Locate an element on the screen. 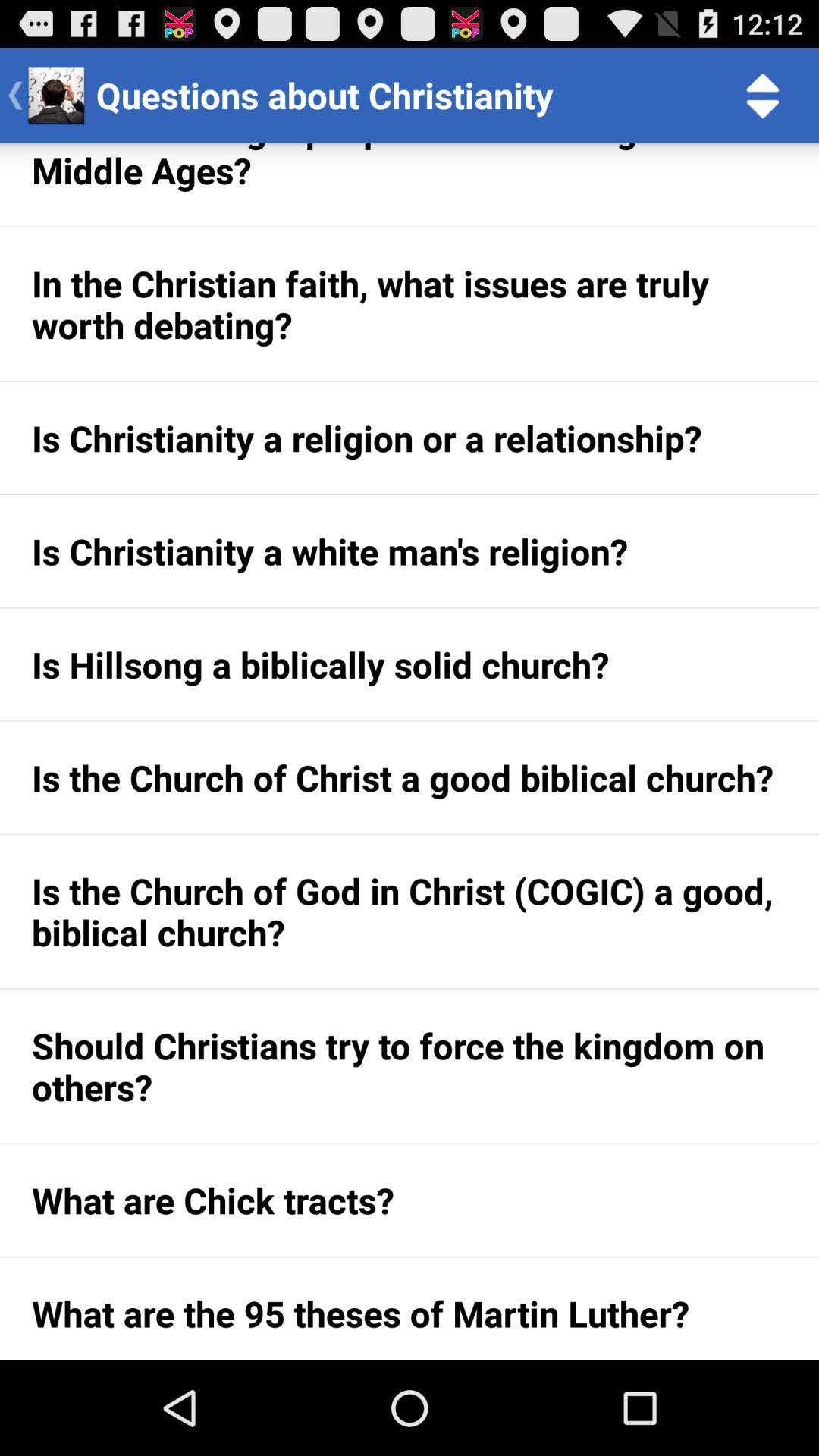 This screenshot has width=819, height=1456. the image next to the back button is located at coordinates (55, 94).